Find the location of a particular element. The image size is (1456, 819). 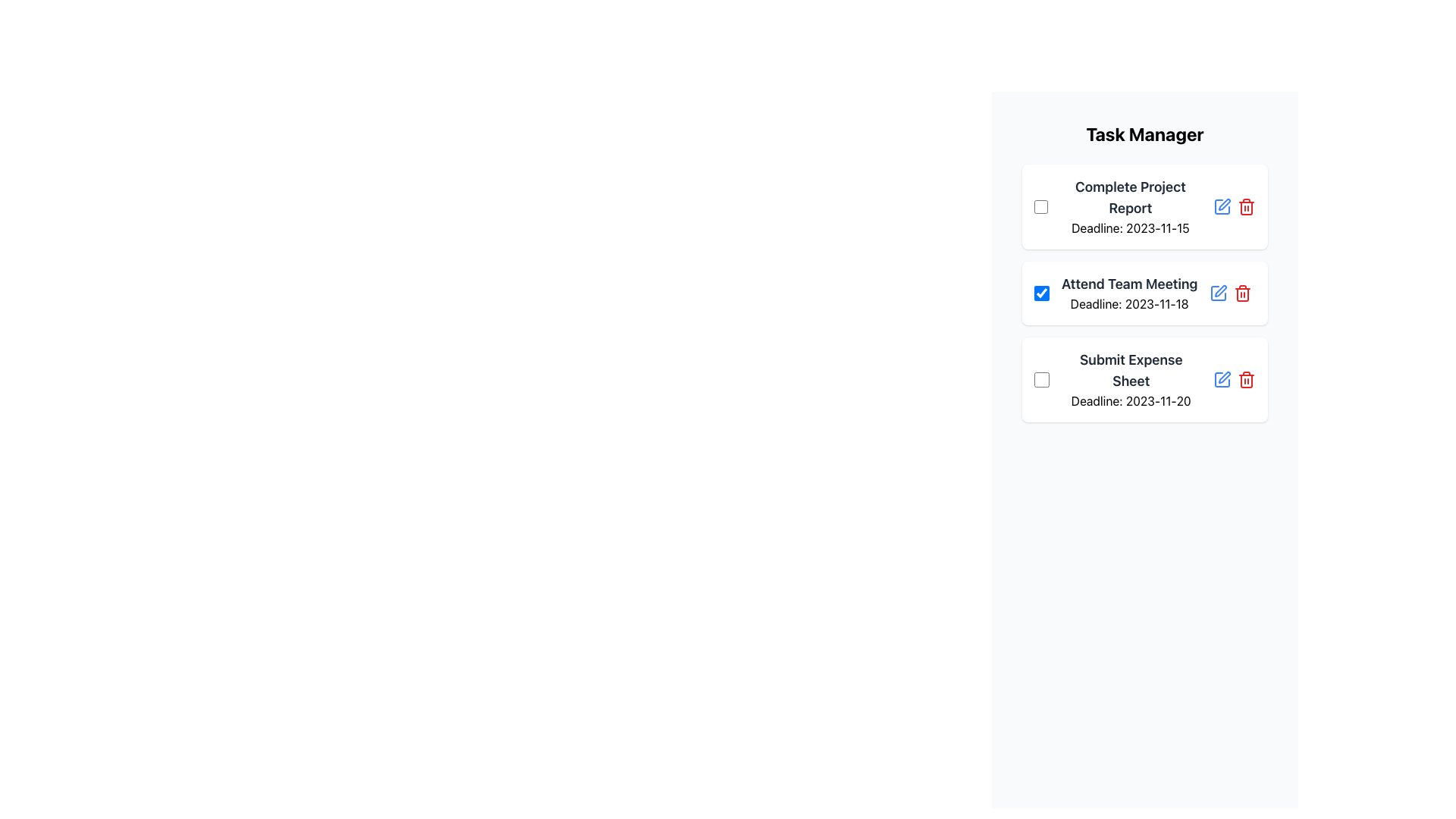

the edit icon for the task labeled 'Attend Team Meeting' is located at coordinates (1222, 207).